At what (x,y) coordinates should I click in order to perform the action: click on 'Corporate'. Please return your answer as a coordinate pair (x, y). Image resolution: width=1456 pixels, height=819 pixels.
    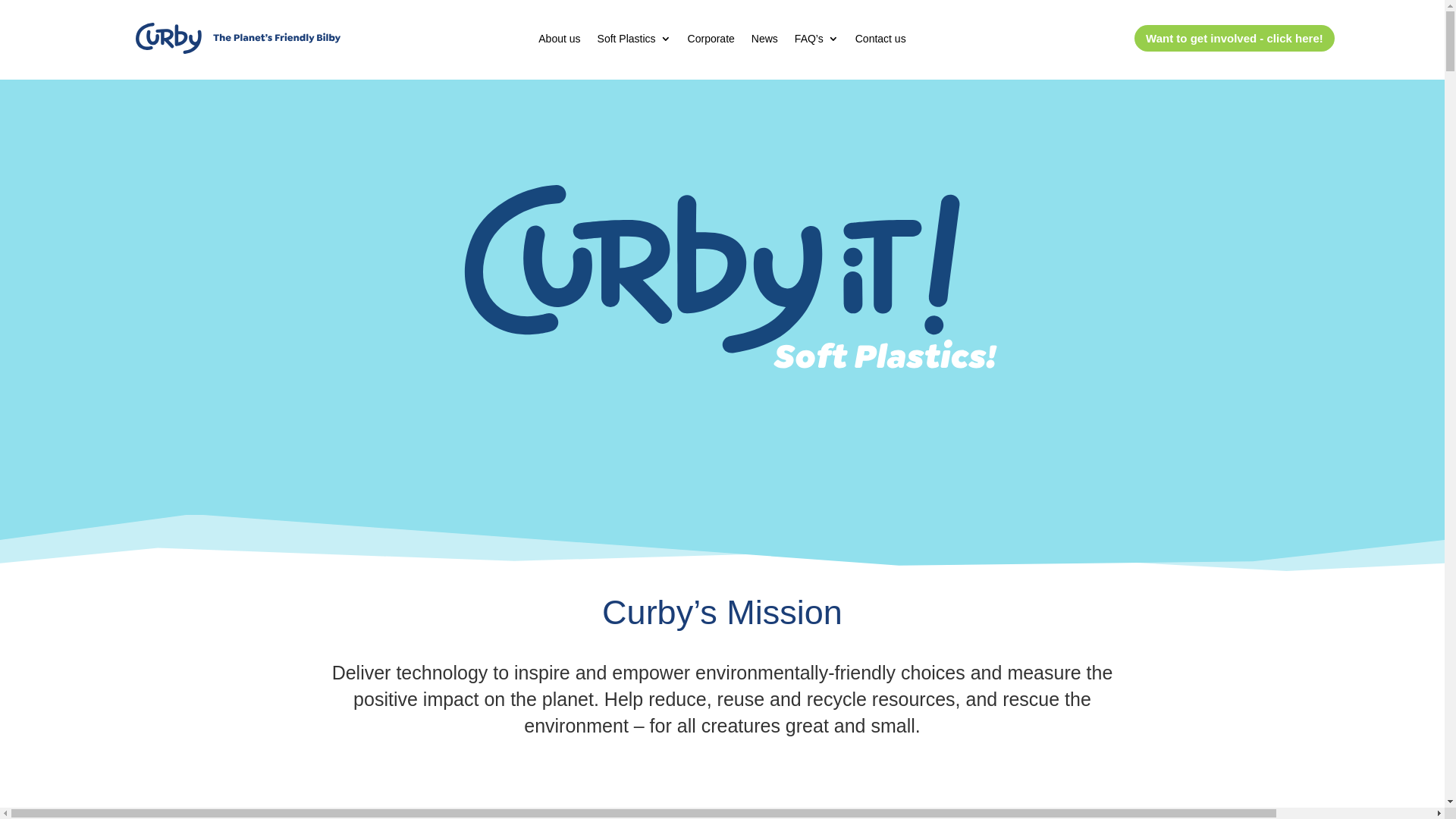
    Looking at the image, I should click on (710, 40).